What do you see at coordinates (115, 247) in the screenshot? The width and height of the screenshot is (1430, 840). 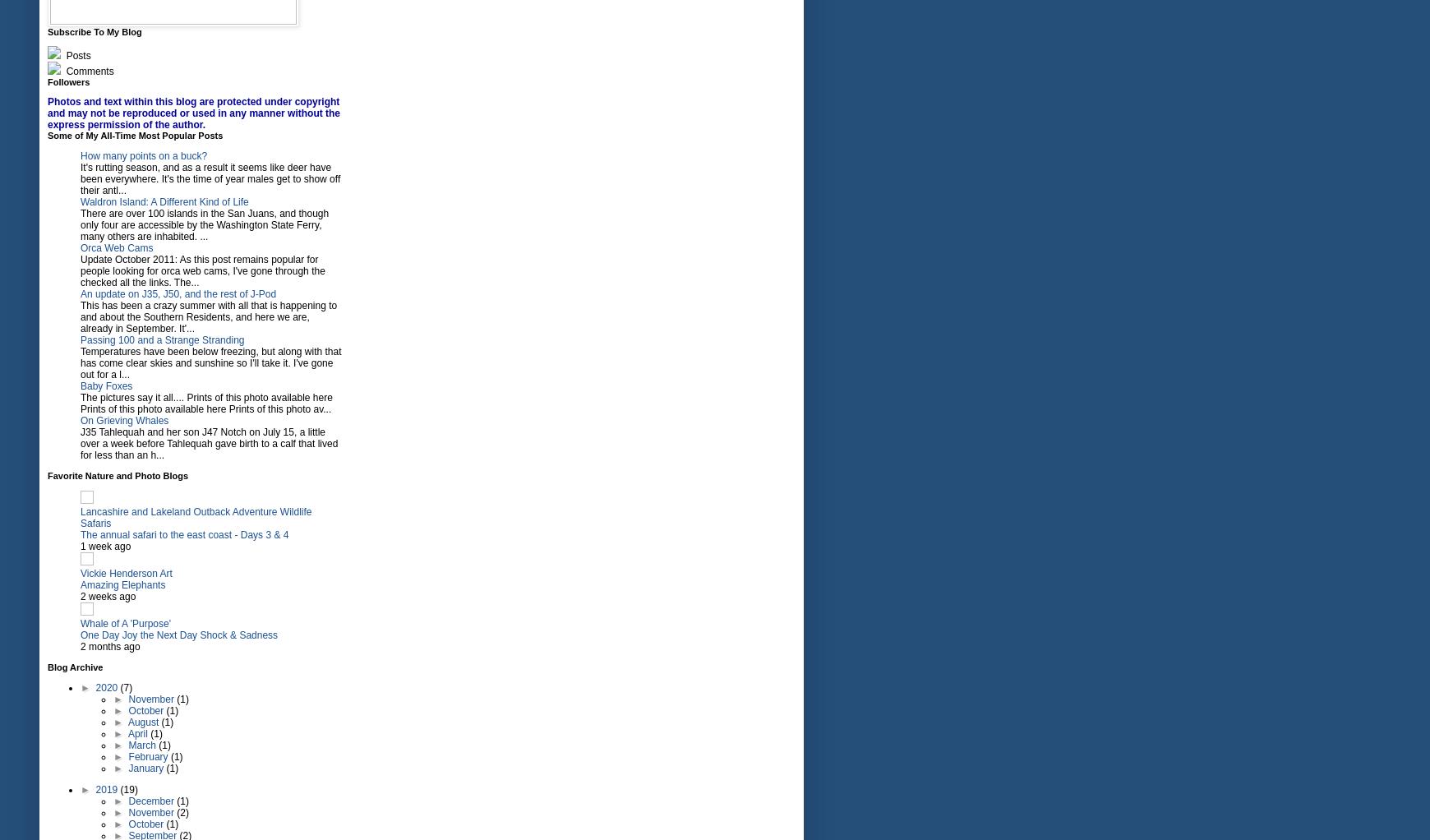 I see `'Orca Web Cams'` at bounding box center [115, 247].